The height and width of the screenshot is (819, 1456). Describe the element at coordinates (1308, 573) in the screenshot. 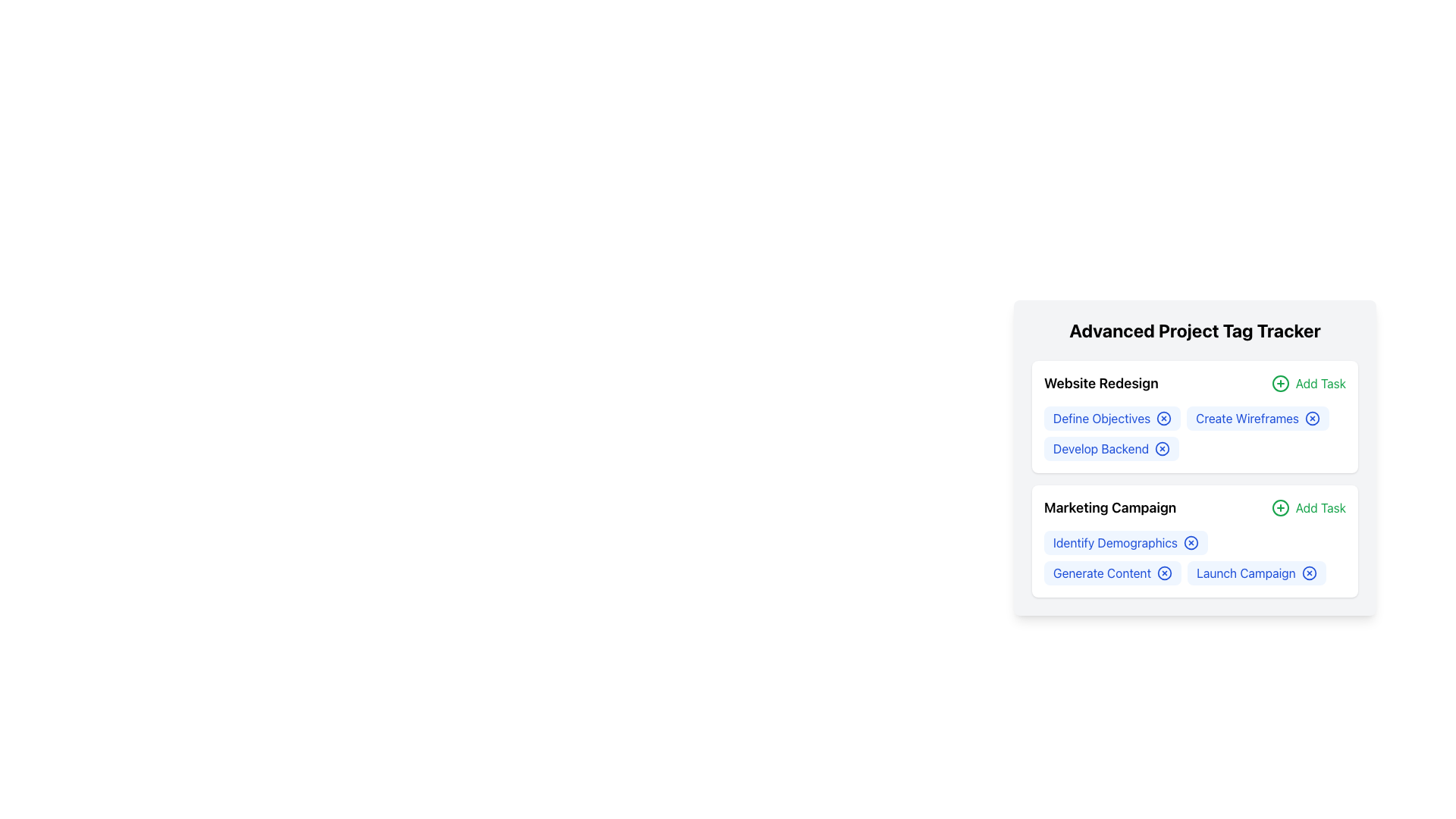

I see `the circular close button located at the bottom right of the 'Marketing Campaign' card` at that location.